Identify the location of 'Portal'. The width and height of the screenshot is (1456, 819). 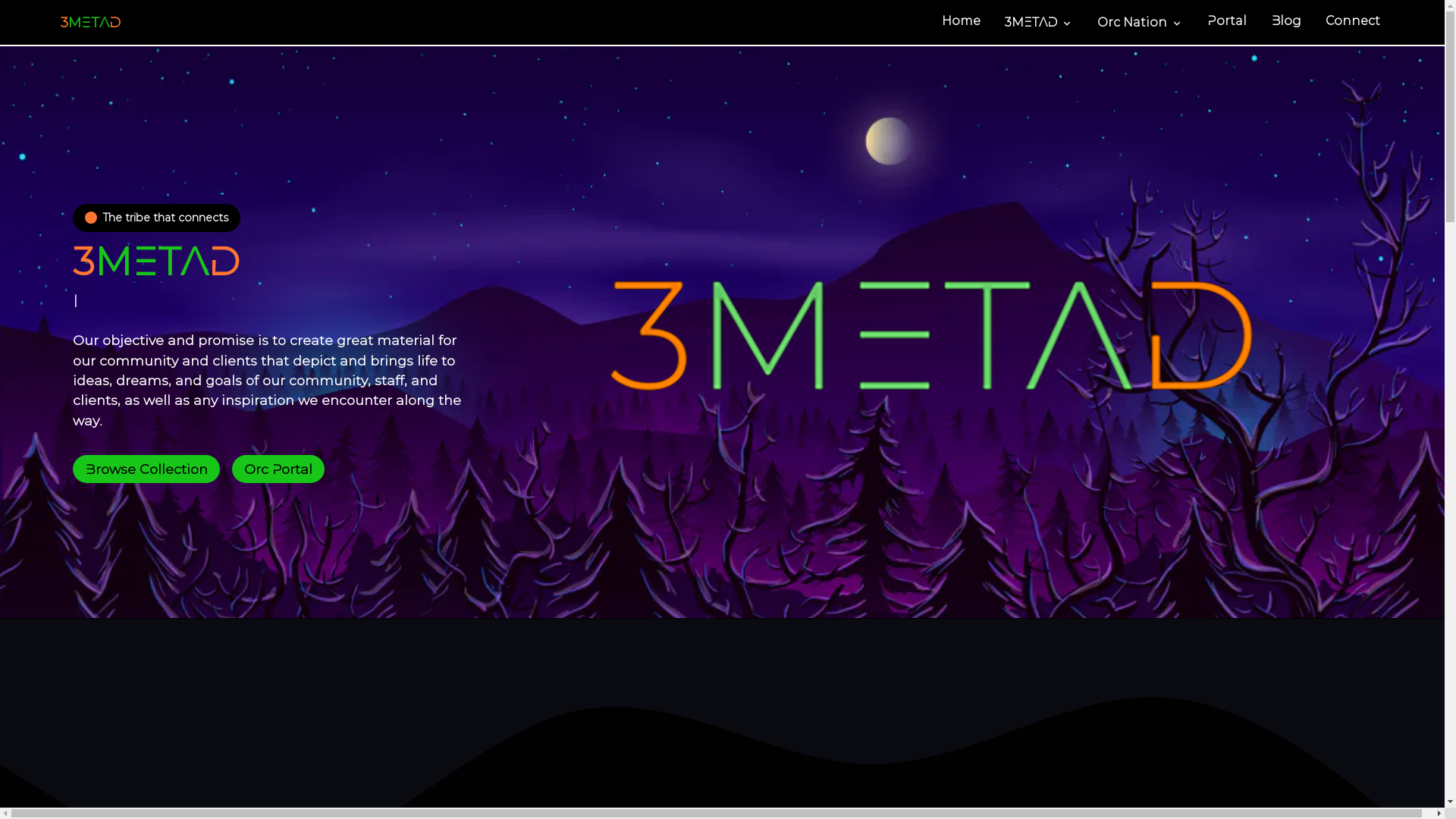
(1226, 22).